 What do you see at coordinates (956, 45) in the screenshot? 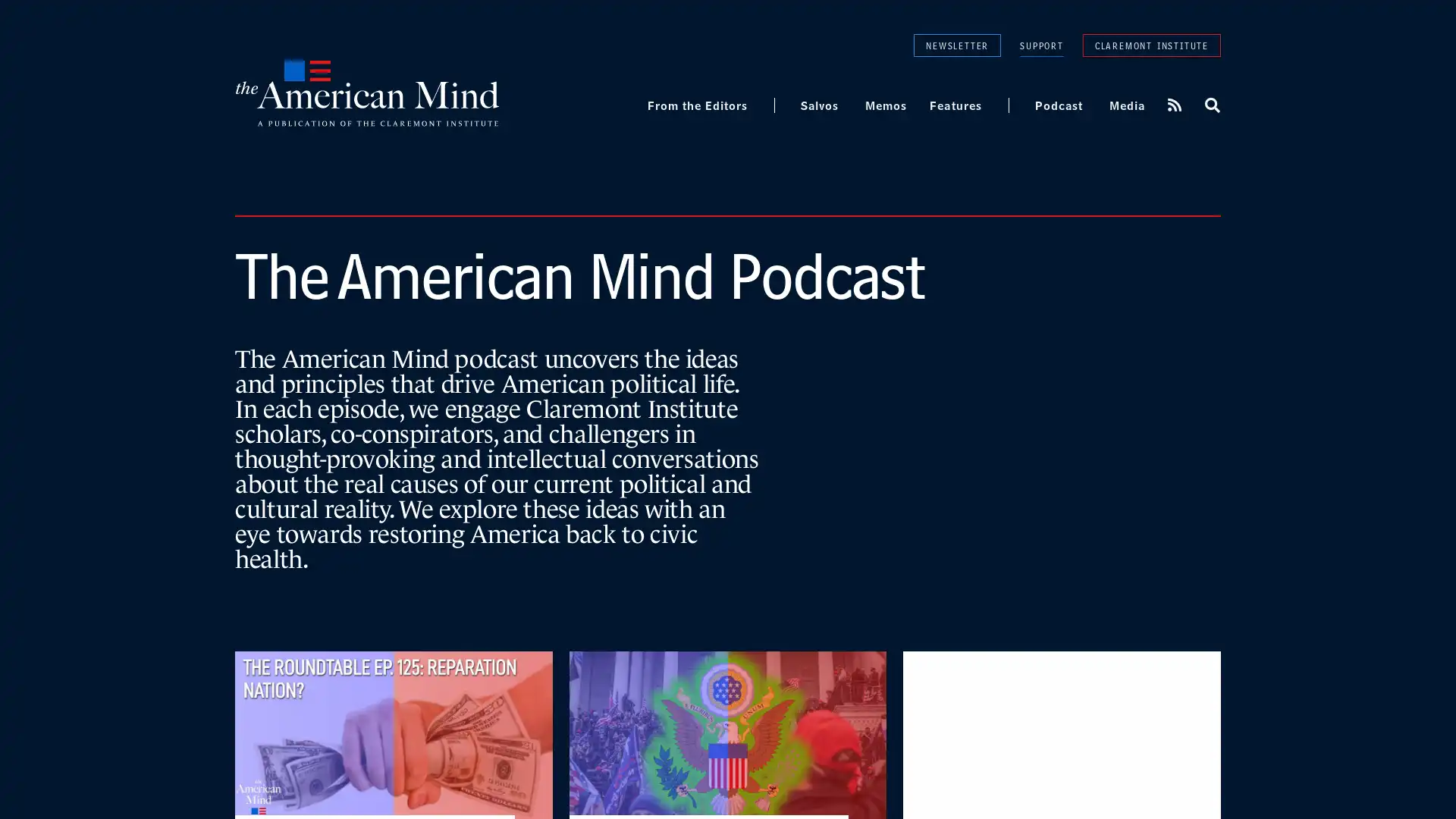
I see `newsletter` at bounding box center [956, 45].